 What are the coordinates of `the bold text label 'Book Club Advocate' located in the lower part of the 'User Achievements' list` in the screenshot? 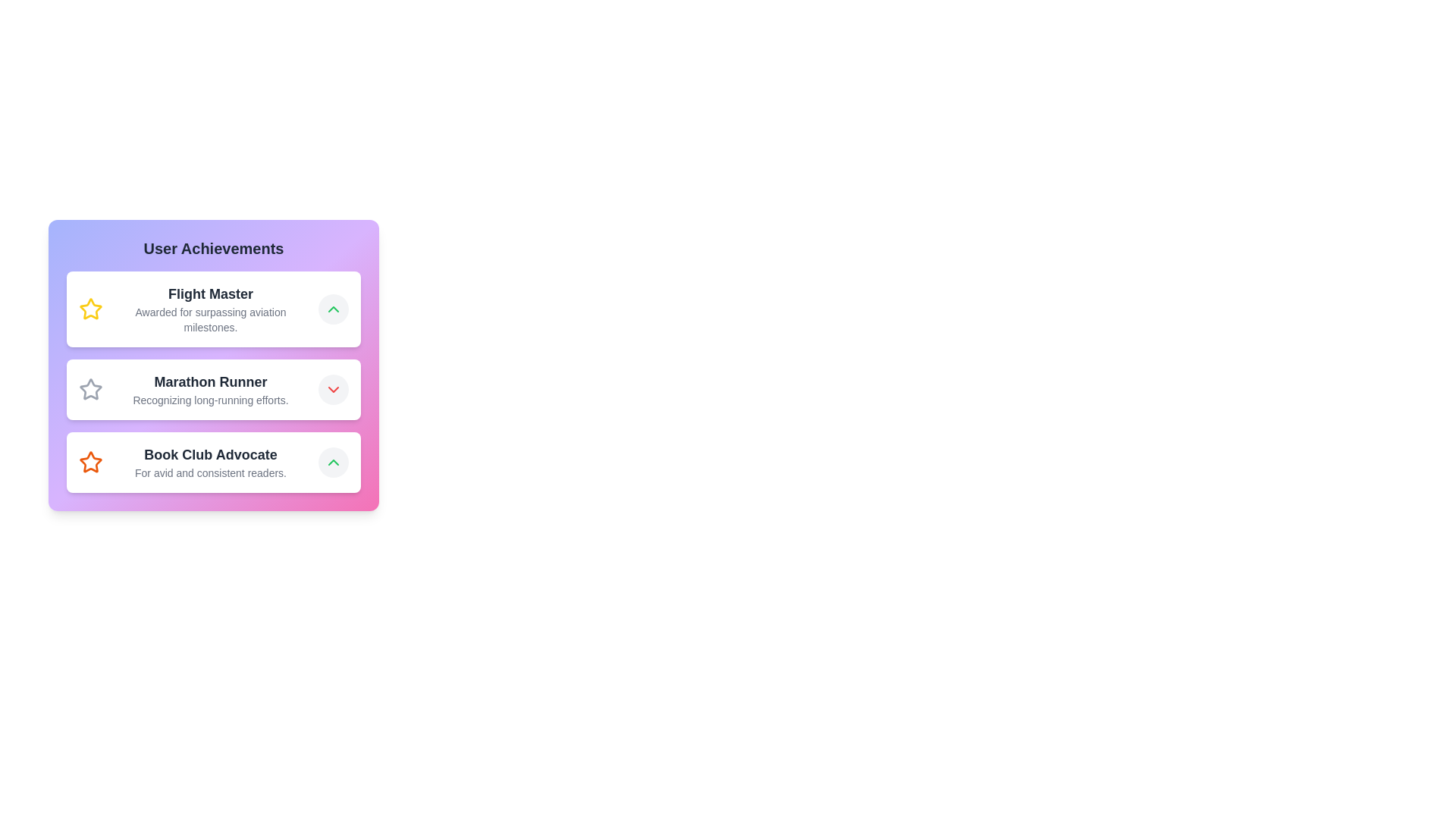 It's located at (210, 454).